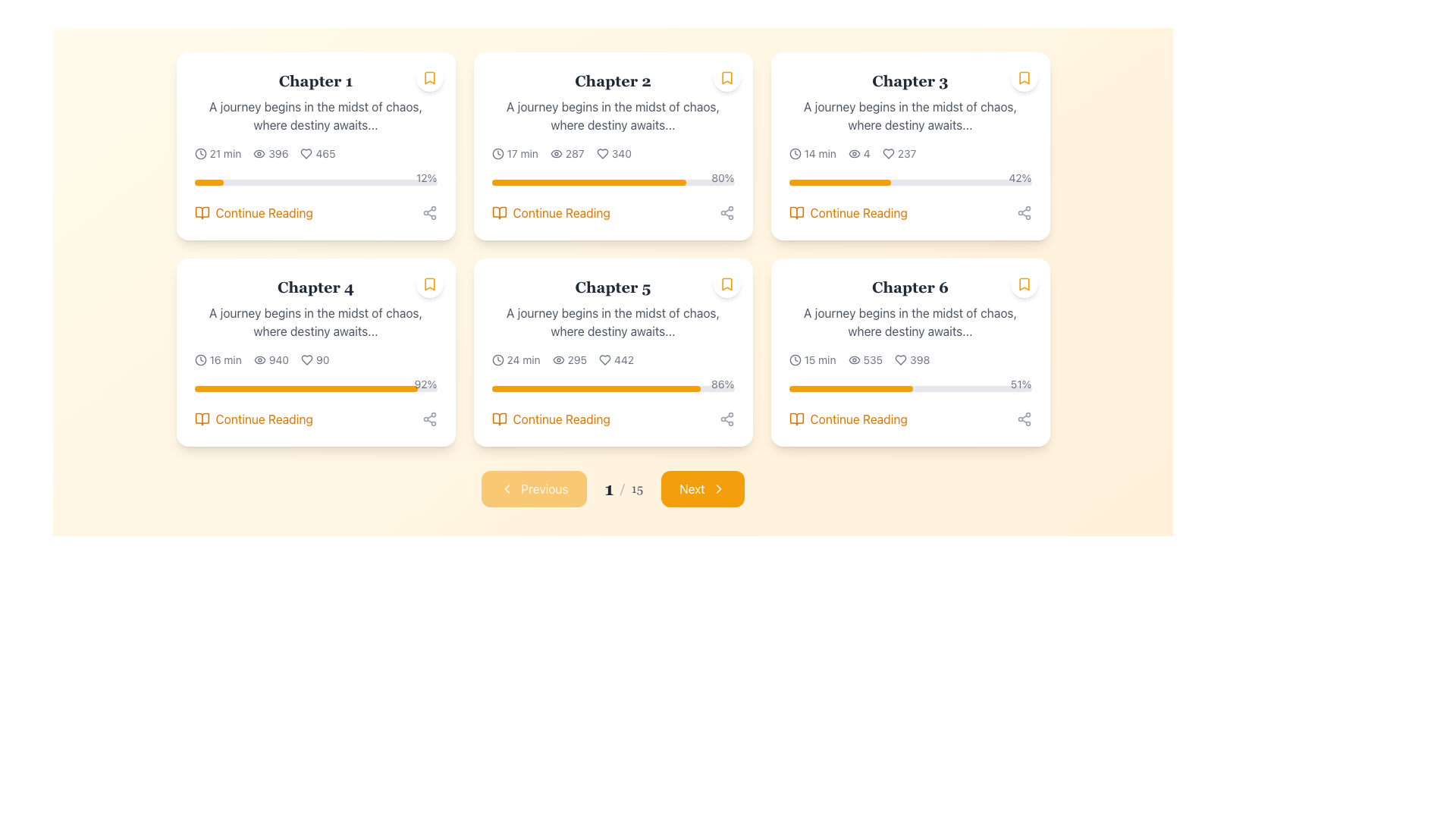 The height and width of the screenshot is (819, 1456). Describe the element at coordinates (1024, 284) in the screenshot. I see `the bookmark icon button located in the top-right corner of the 'Chapter 6' card to bookmark or unbookmark the chapter` at that location.